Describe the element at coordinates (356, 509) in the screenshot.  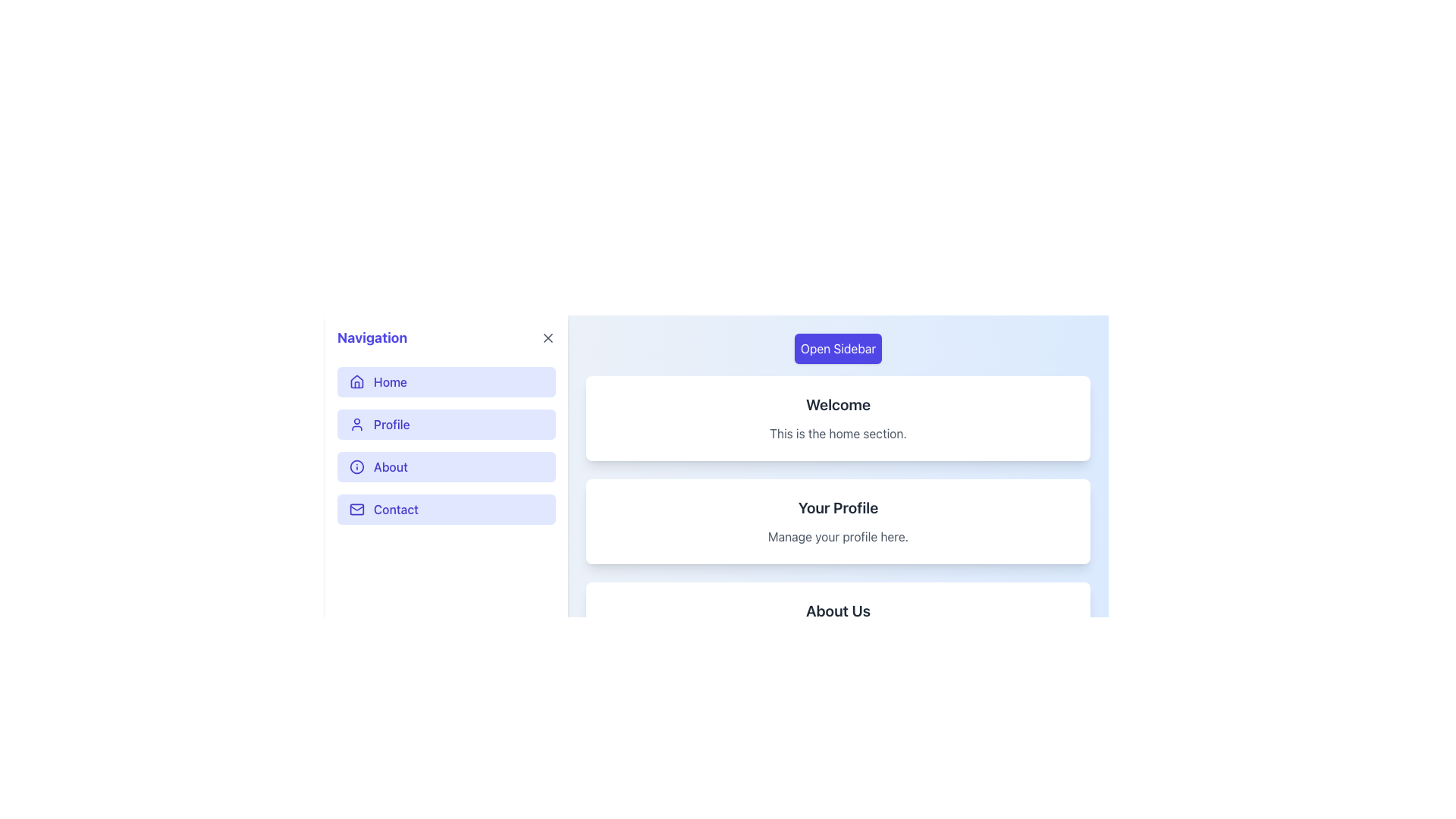
I see `the decorative envelope icon that represents the 'Contact' option in the navigation section of the webpage` at that location.